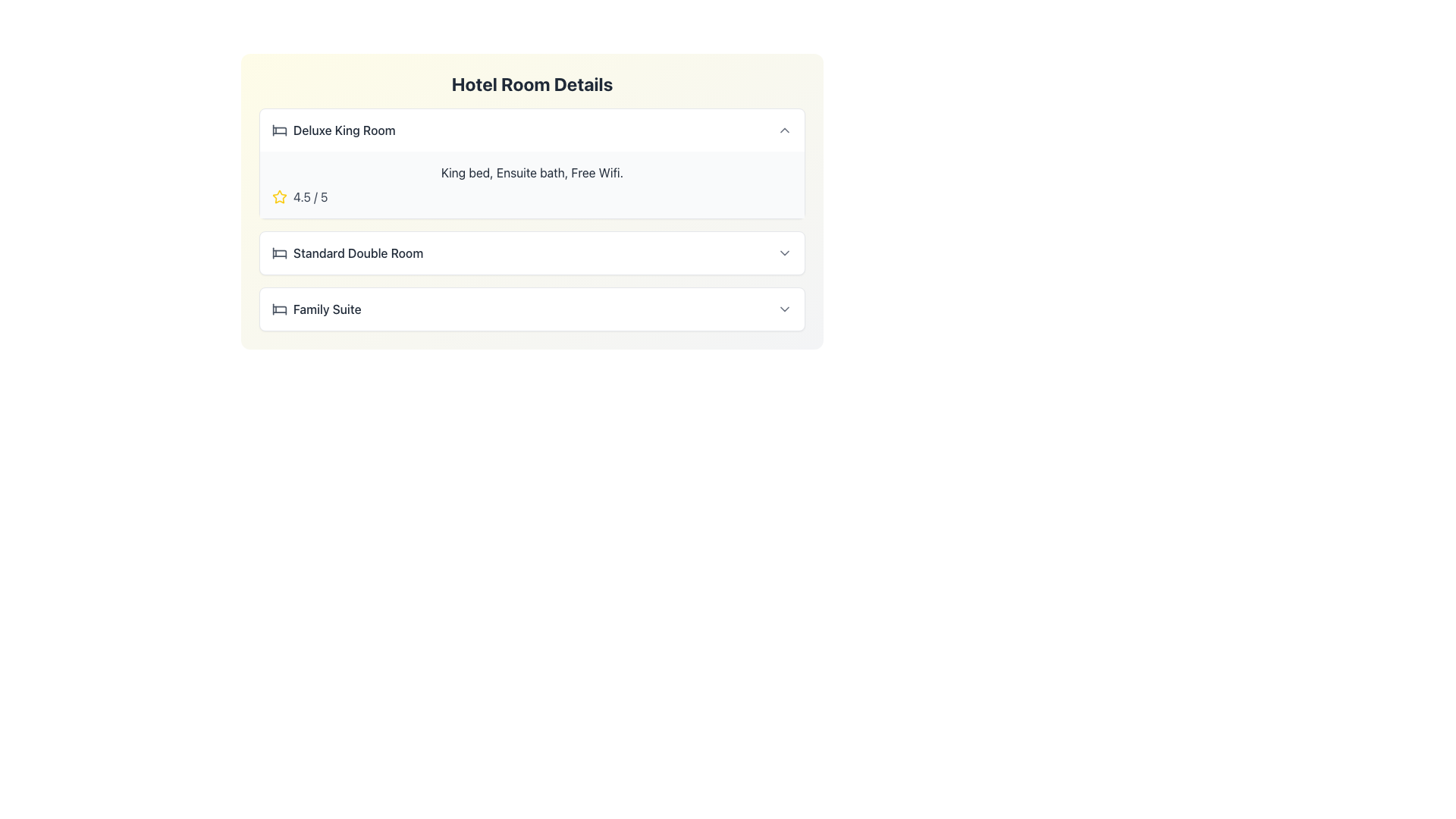 The height and width of the screenshot is (819, 1456). What do you see at coordinates (280, 196) in the screenshot?
I see `the yellow star-shaped icon in the 'Deluxe King Room' section, which is adjacent to the text '4.5 / 5'` at bounding box center [280, 196].